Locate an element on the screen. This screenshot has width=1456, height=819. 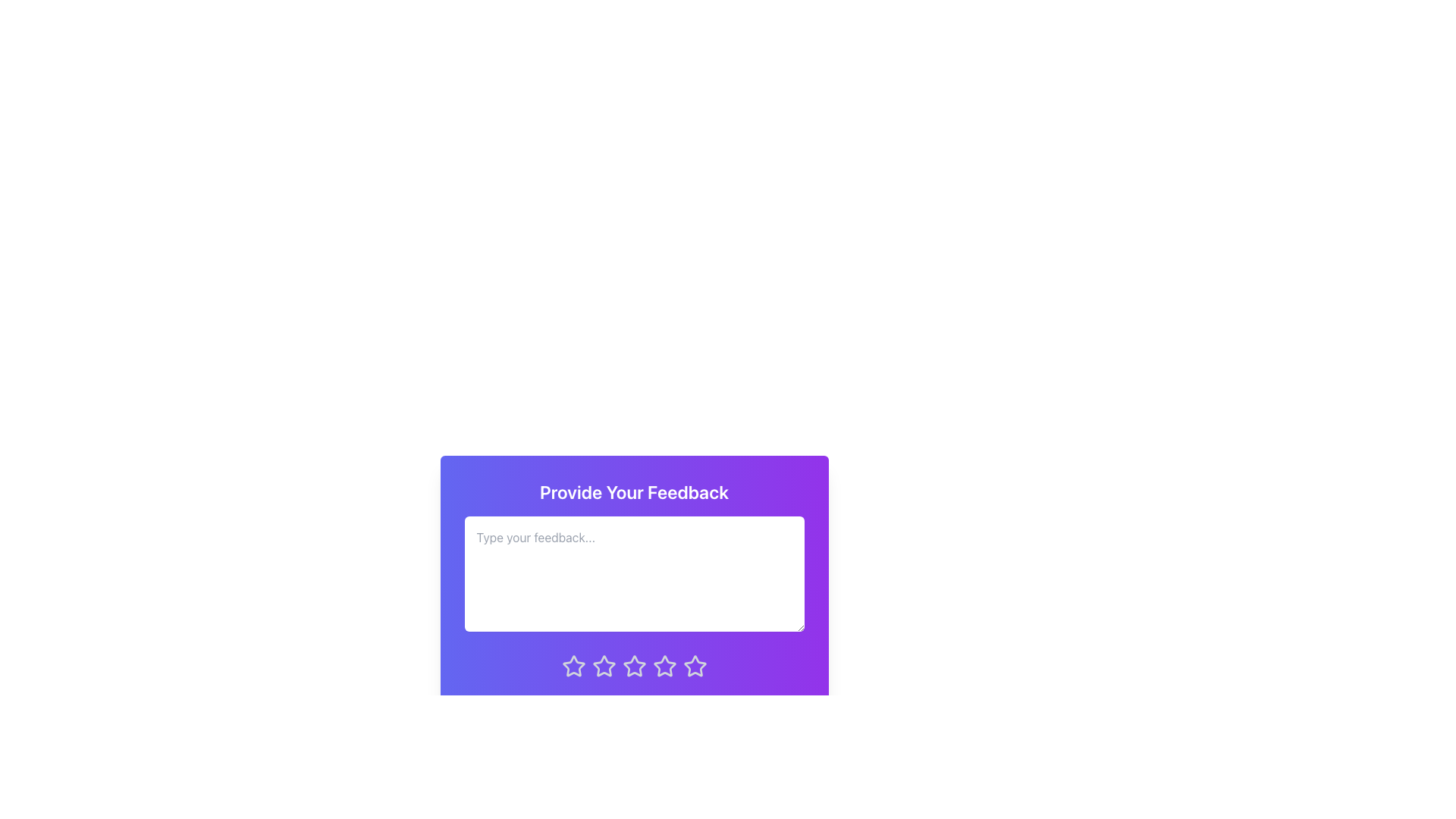
the fifth star-shaped icon in the row of rating stars is located at coordinates (694, 666).